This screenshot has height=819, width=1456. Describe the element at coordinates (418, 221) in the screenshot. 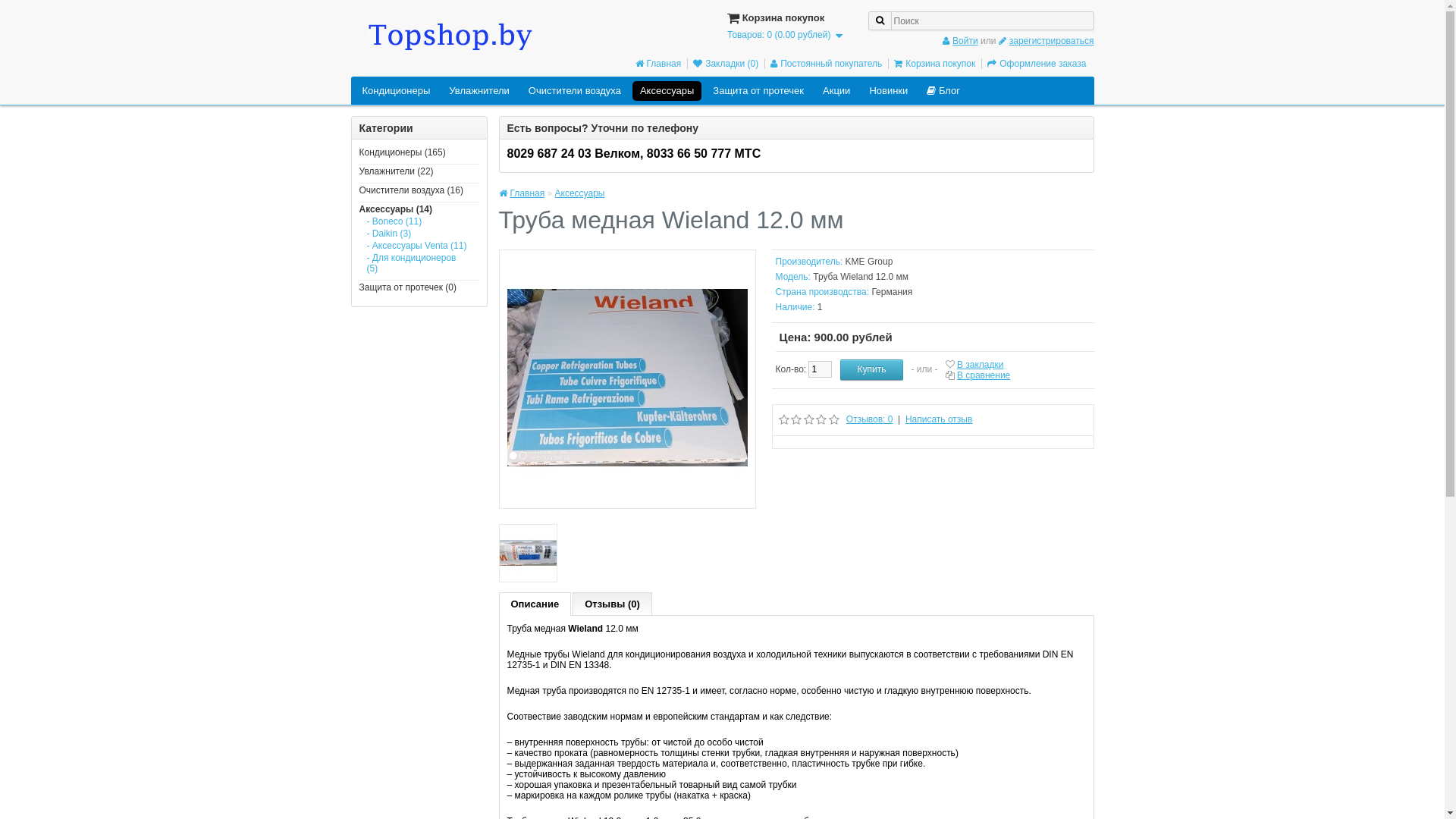

I see `'- Boneco (11)'` at that location.